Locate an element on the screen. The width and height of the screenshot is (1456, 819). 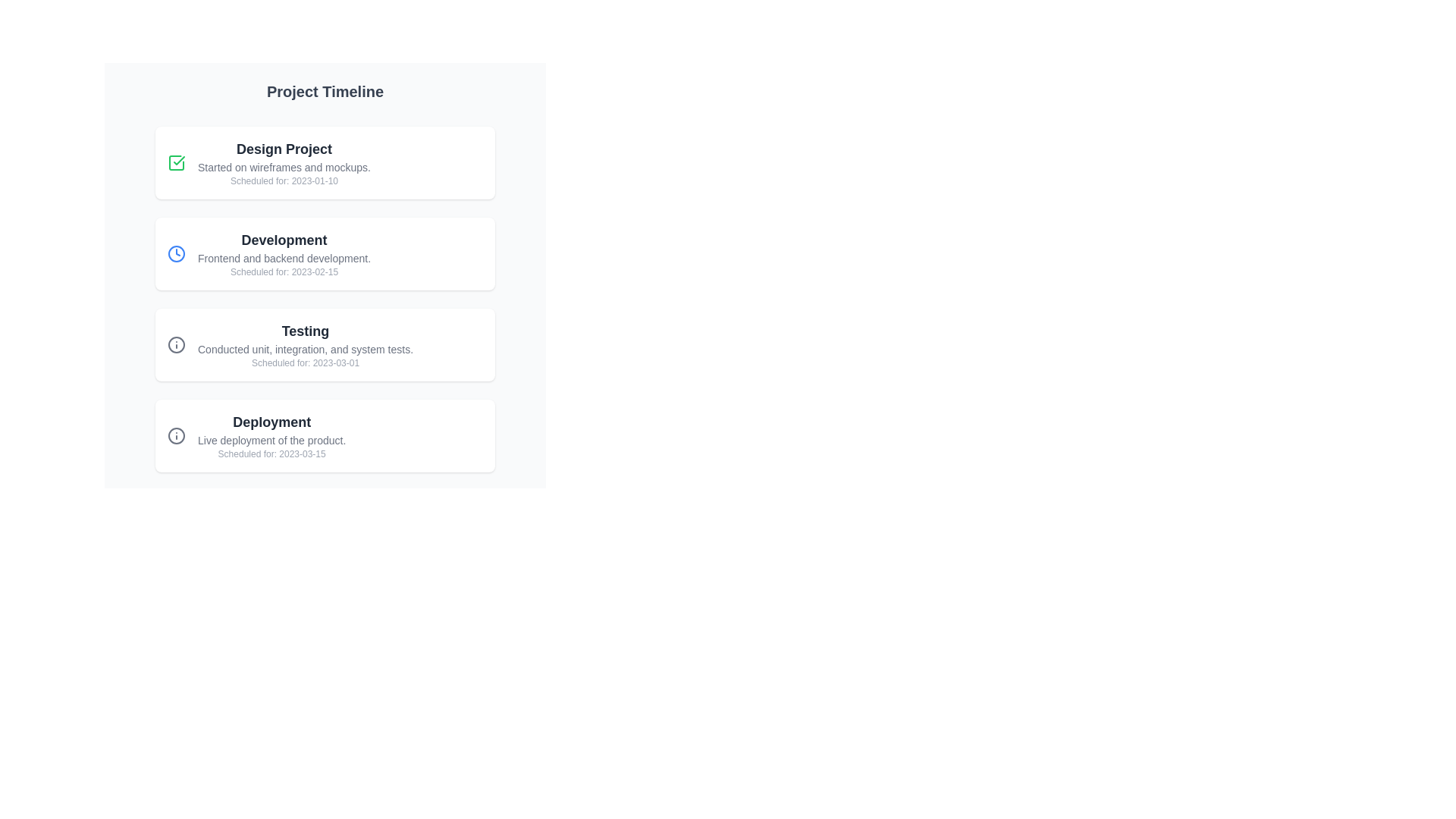
the informational display component that provides details about the 'Deployment' stage in the project timeline is located at coordinates (271, 435).